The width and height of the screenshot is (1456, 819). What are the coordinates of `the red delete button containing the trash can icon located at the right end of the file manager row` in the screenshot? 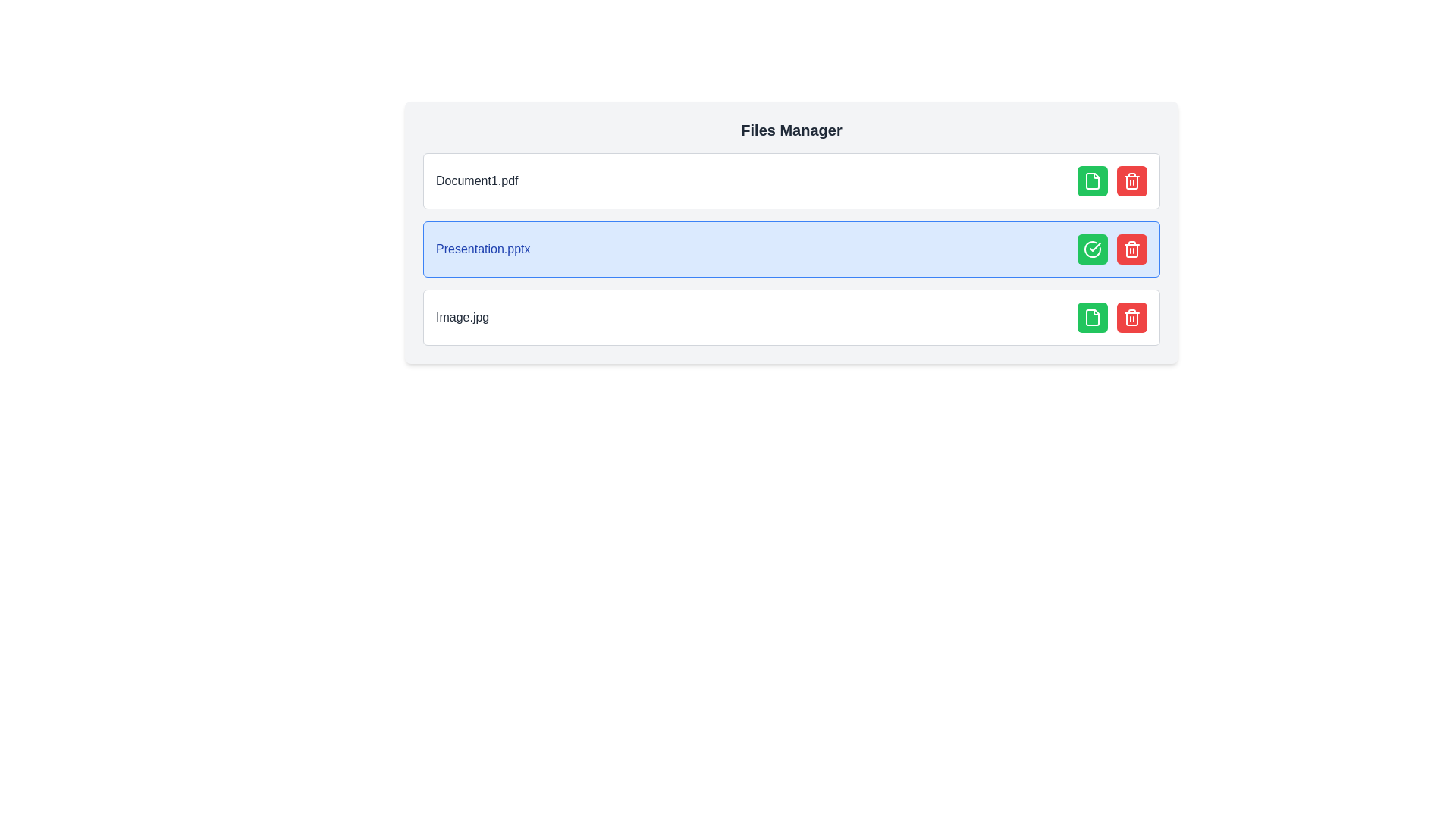 It's located at (1131, 317).